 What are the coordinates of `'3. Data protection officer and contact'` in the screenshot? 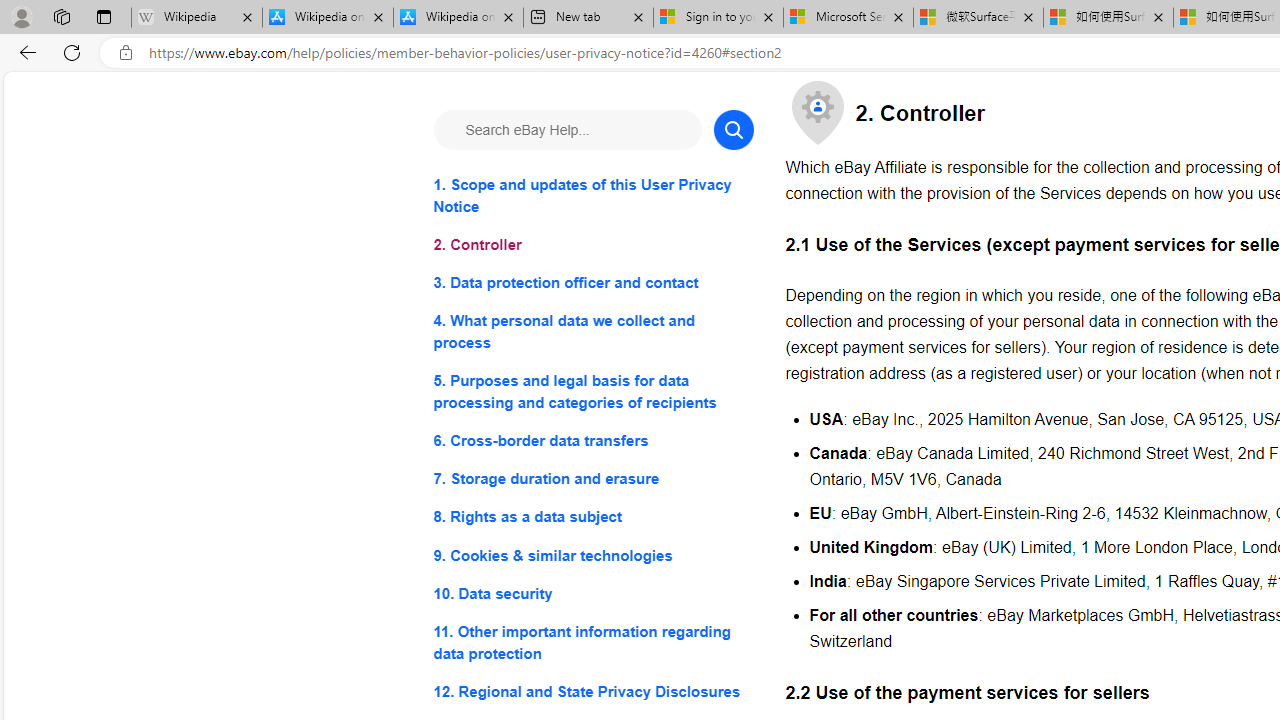 It's located at (592, 283).